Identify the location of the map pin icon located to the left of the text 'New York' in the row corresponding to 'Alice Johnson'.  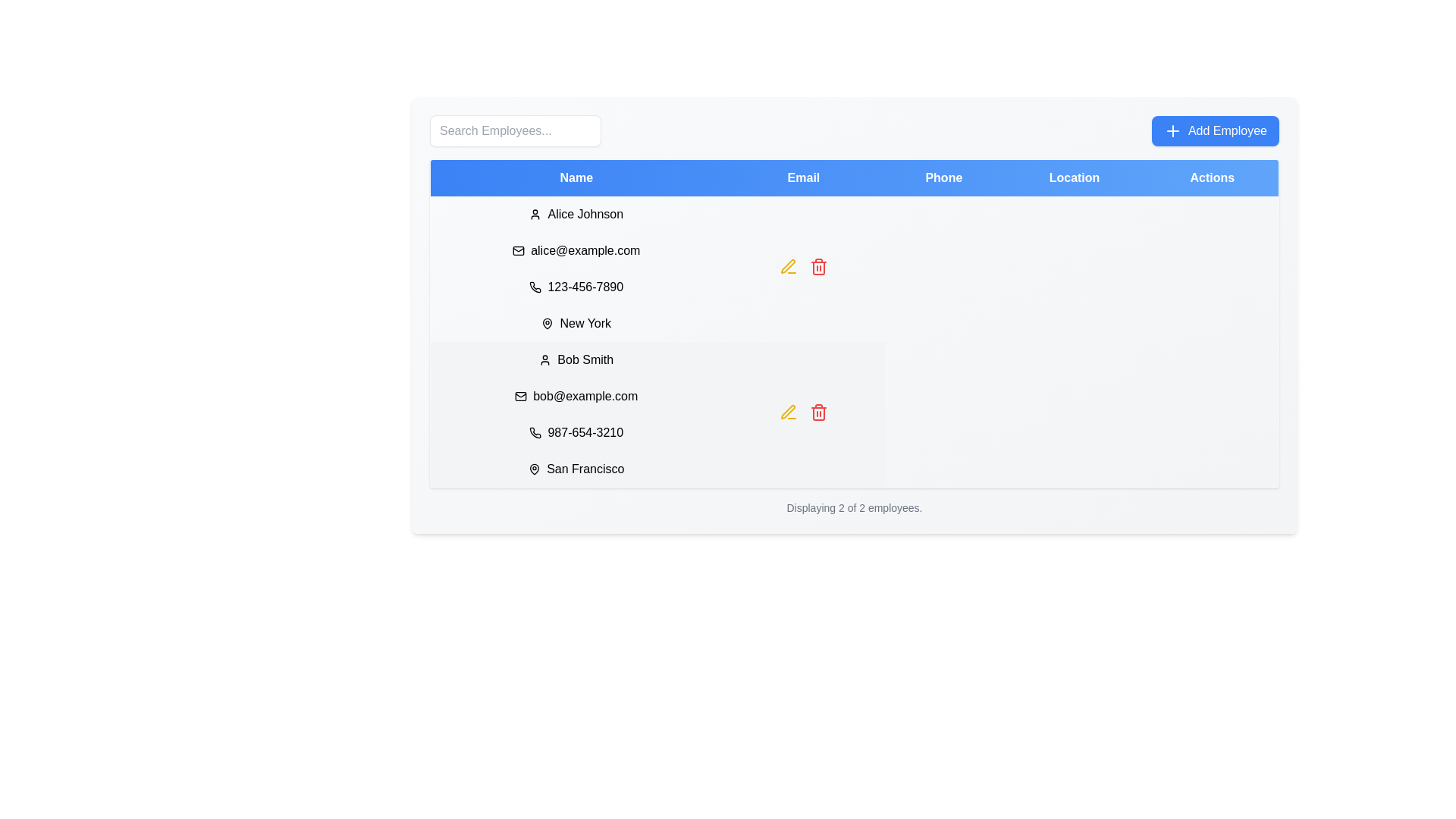
(547, 323).